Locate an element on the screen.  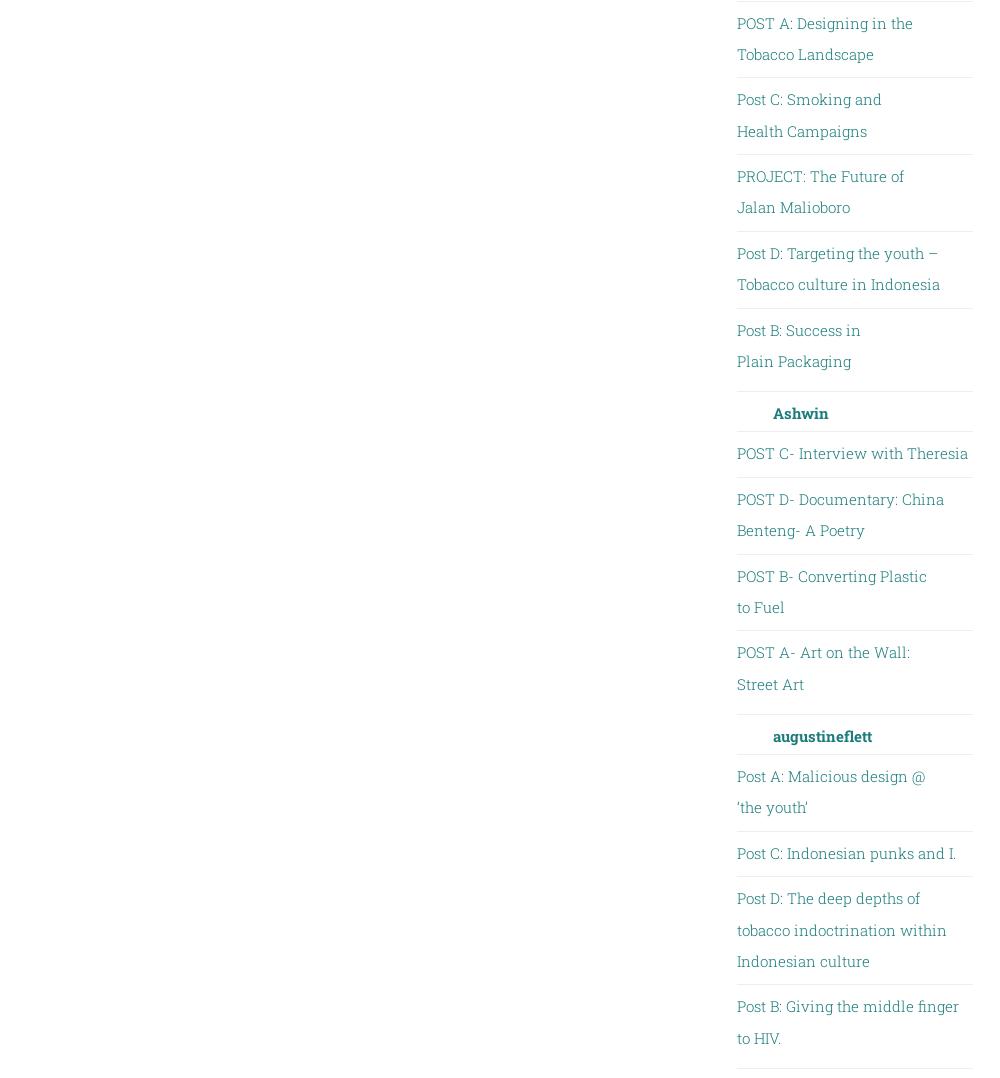
'augustineflett' is located at coordinates (820, 735).